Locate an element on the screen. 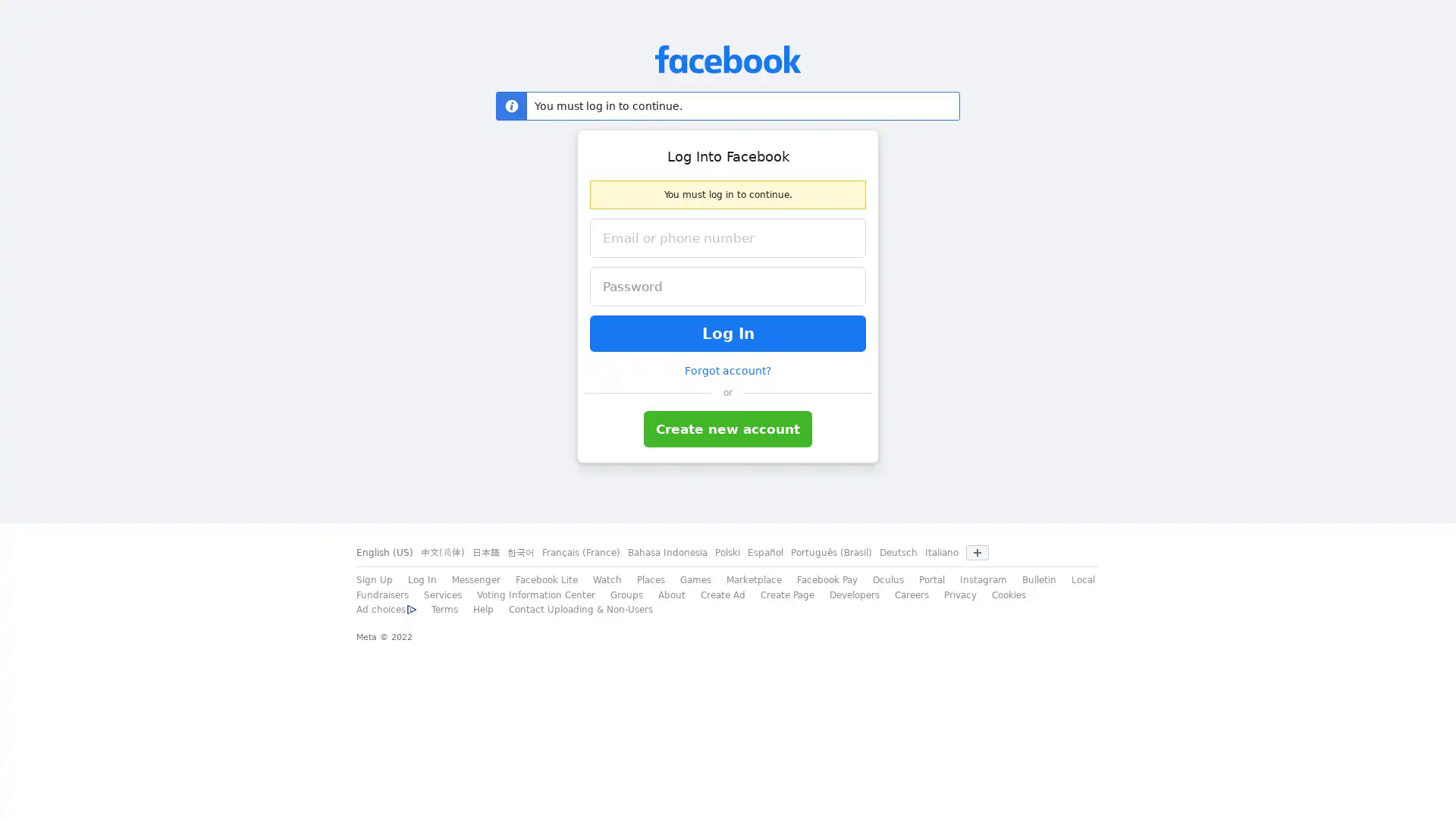  Create new account is located at coordinates (728, 429).